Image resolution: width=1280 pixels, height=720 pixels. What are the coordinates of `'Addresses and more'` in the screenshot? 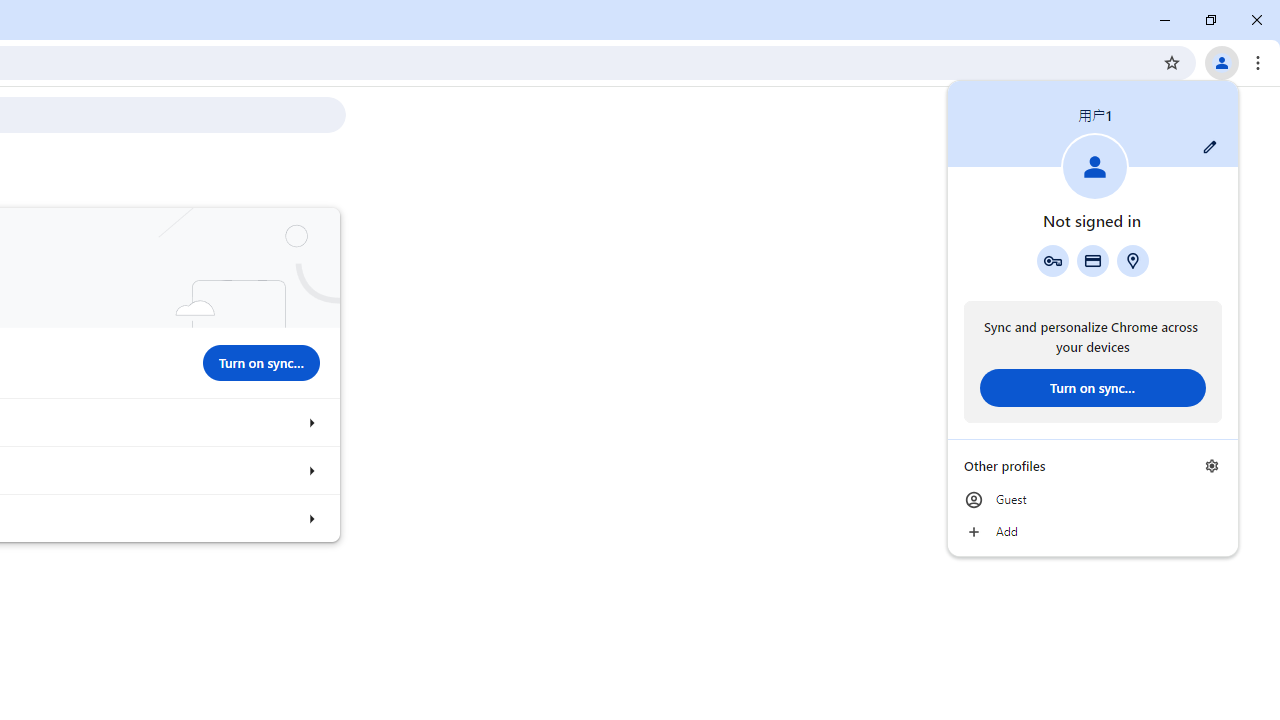 It's located at (1133, 260).